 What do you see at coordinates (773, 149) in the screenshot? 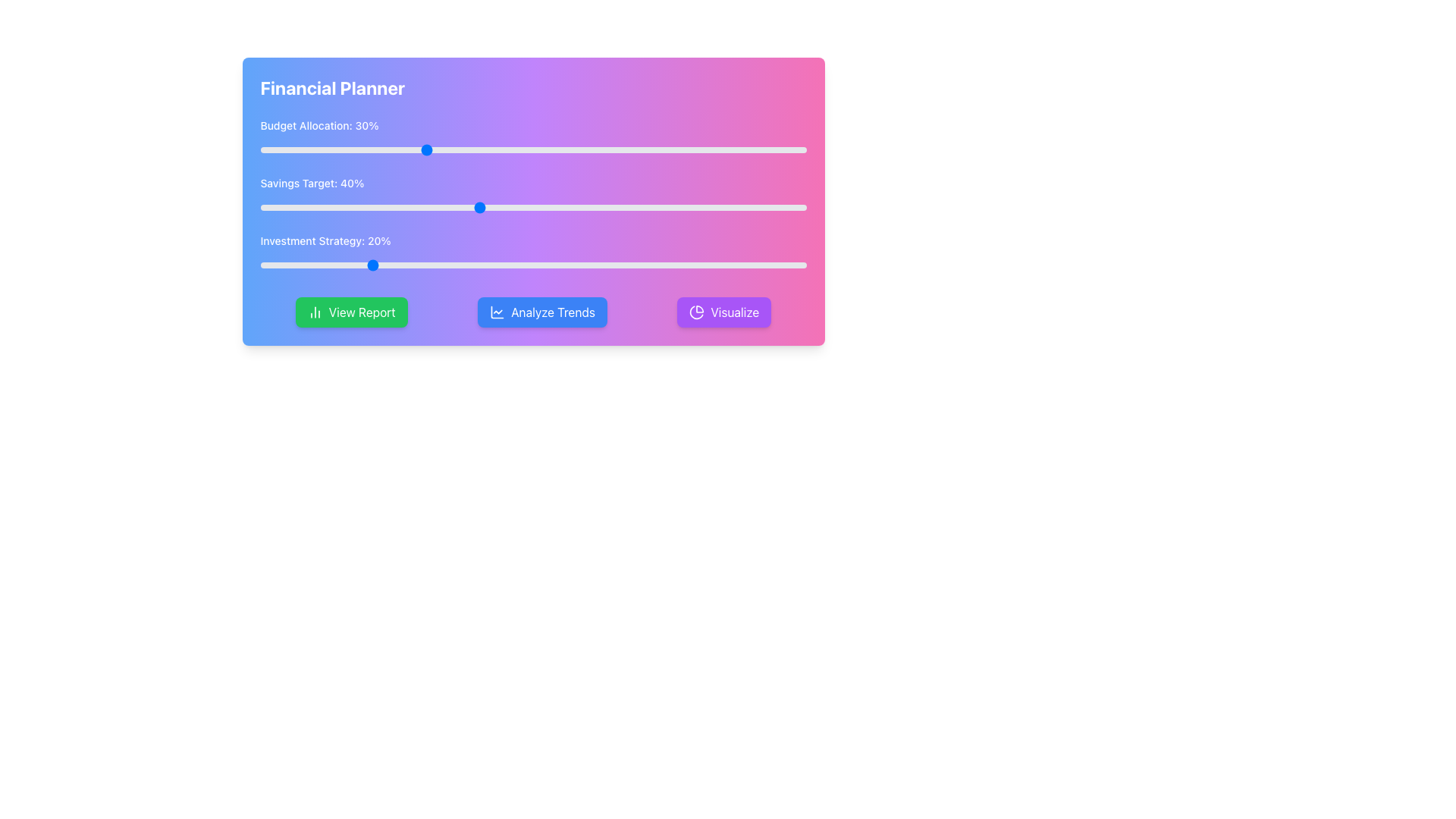
I see `the slider value` at bounding box center [773, 149].